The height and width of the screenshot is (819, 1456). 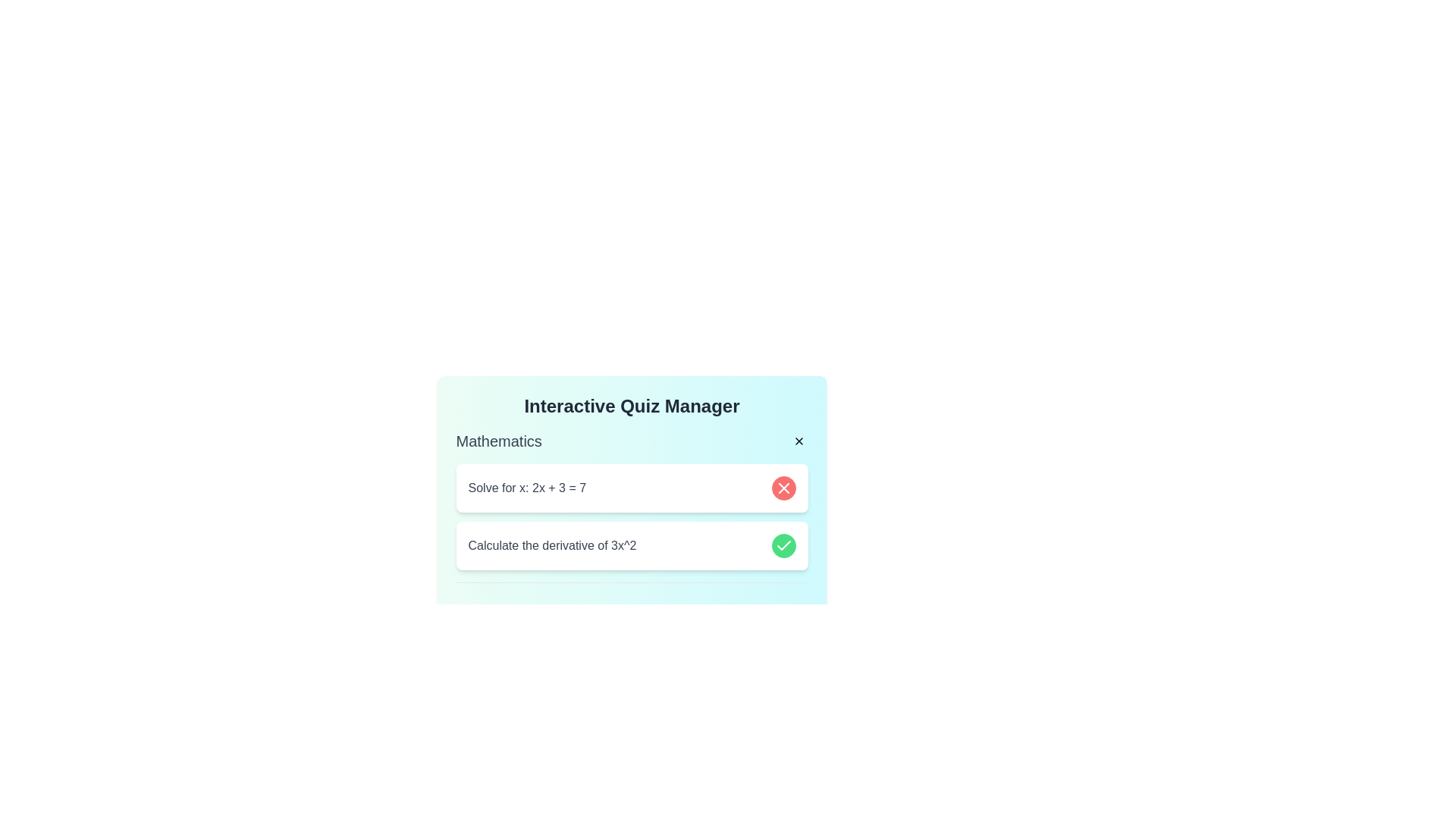 I want to click on the circular red button with an 'X' icon, so click(x=783, y=488).